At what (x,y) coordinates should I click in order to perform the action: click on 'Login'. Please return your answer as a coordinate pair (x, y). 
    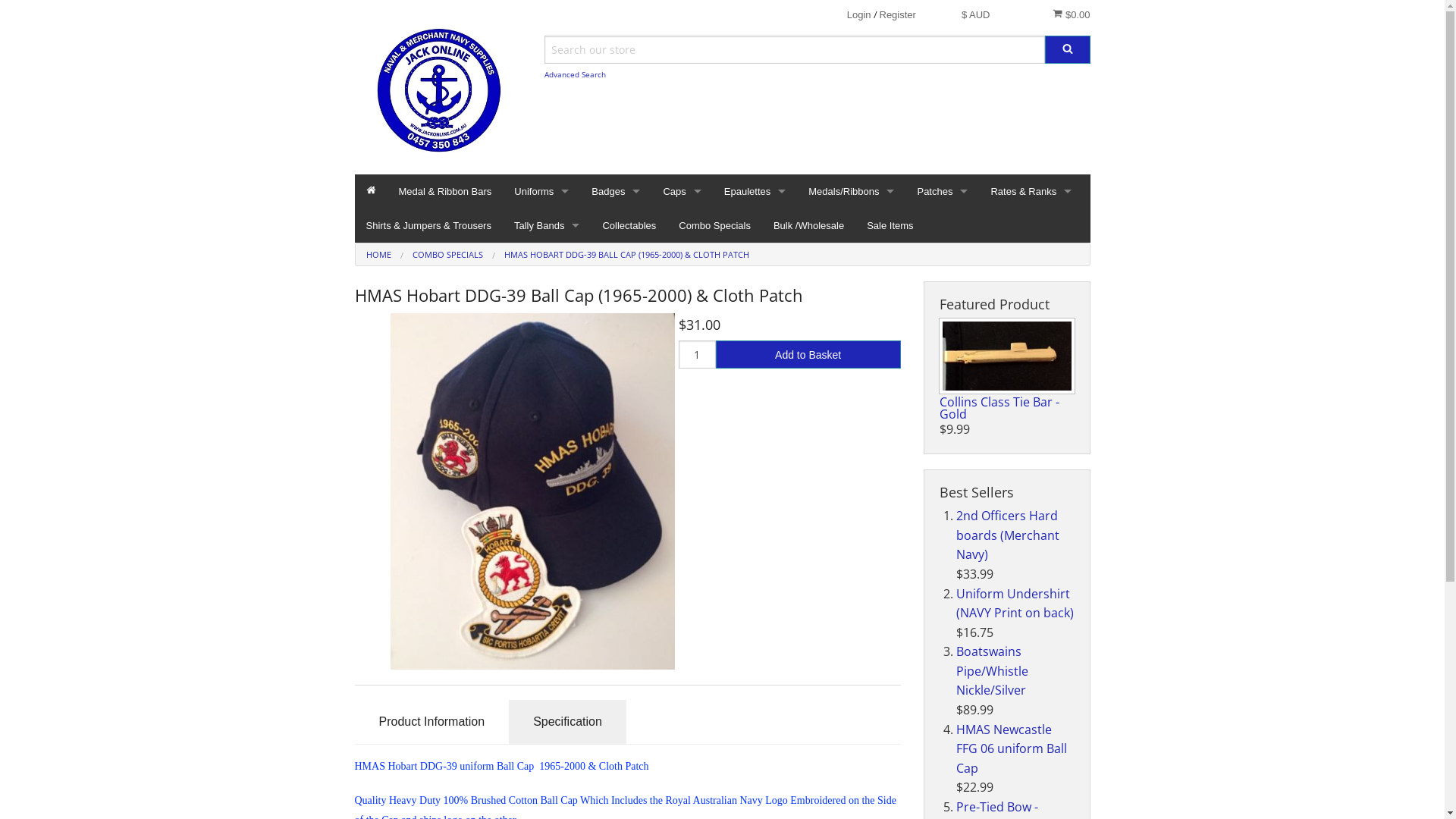
    Looking at the image, I should click on (858, 14).